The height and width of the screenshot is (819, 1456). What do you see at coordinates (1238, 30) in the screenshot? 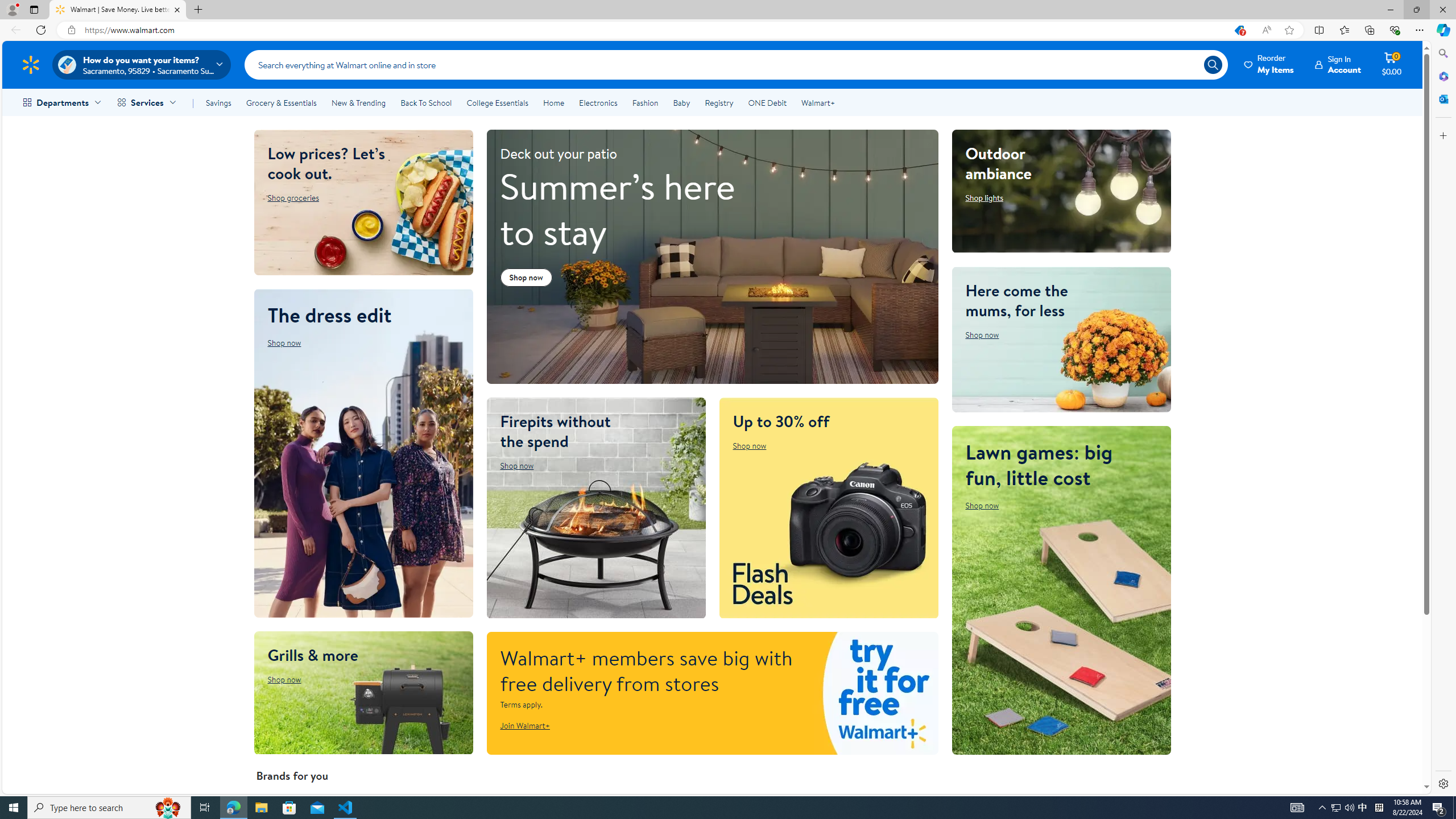
I see `'This site has coupons! Shopping in Microsoft Edge, 7'` at bounding box center [1238, 30].